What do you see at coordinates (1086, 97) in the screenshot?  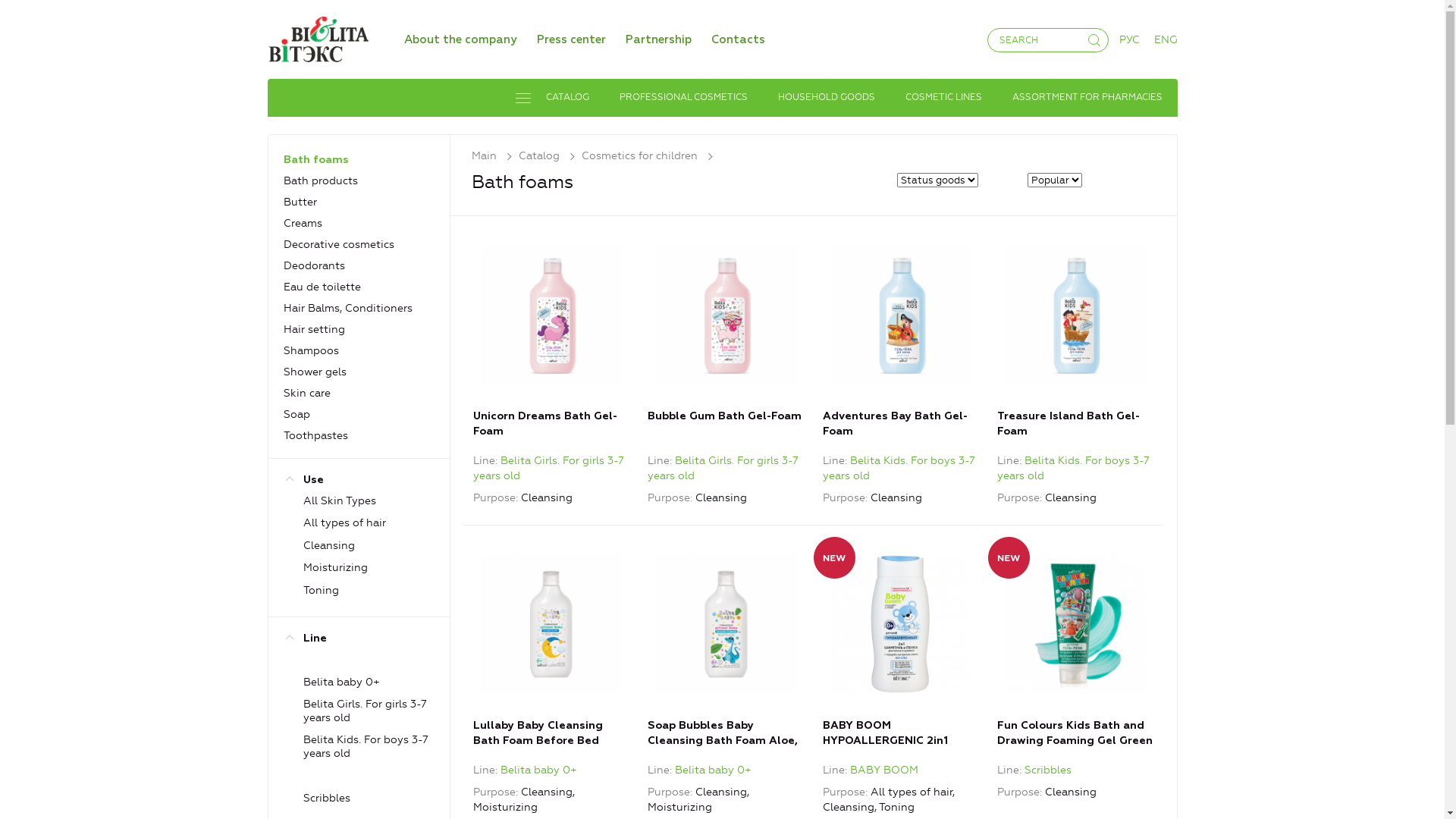 I see `'ASSORTMENT FOR PHARMACIES'` at bounding box center [1086, 97].